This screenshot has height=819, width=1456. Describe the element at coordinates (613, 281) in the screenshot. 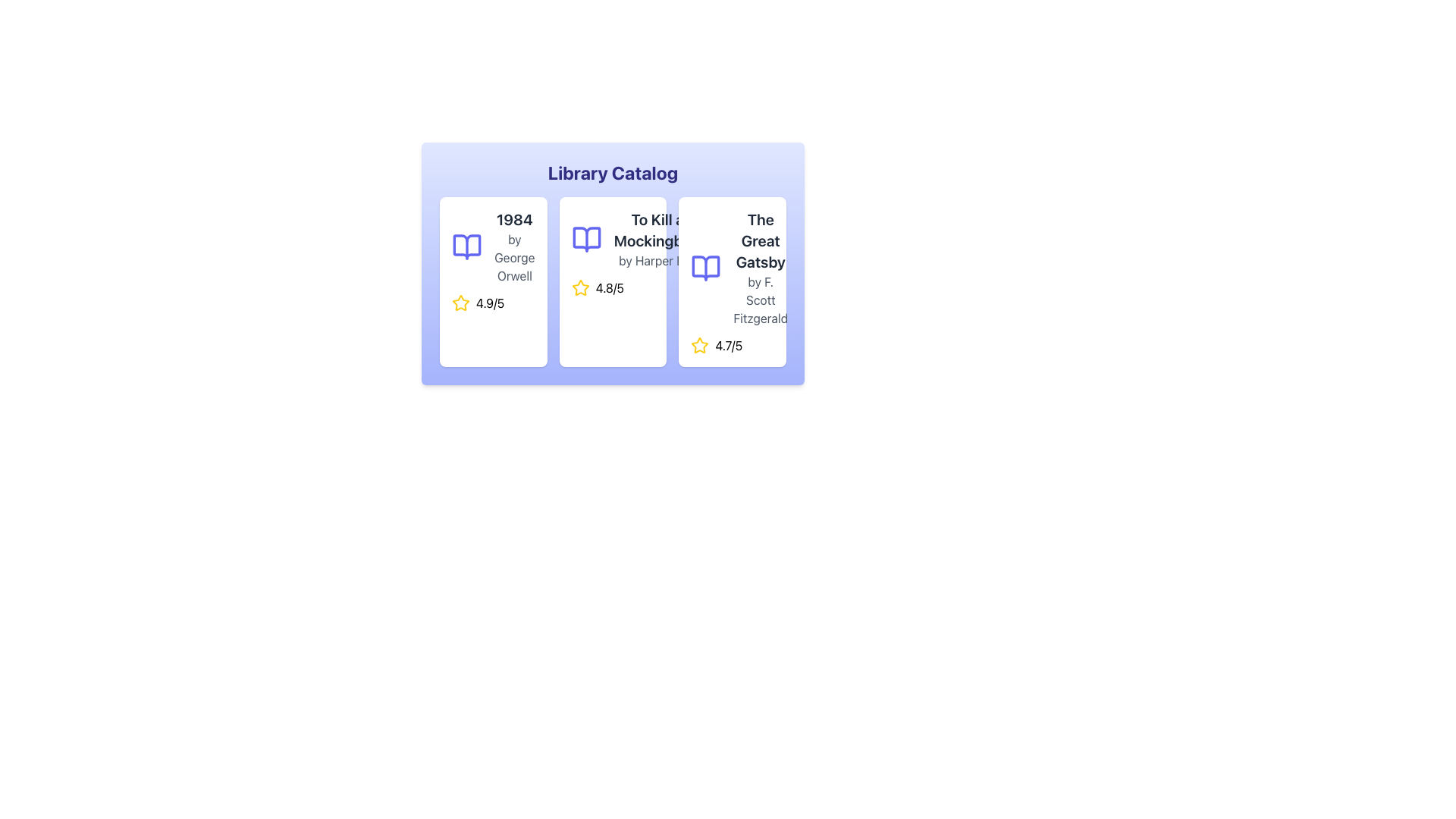

I see `the rating display for the book 'To Kill a Mockingbird', which is located in the center column of the second card, beneath the title and author information` at that location.